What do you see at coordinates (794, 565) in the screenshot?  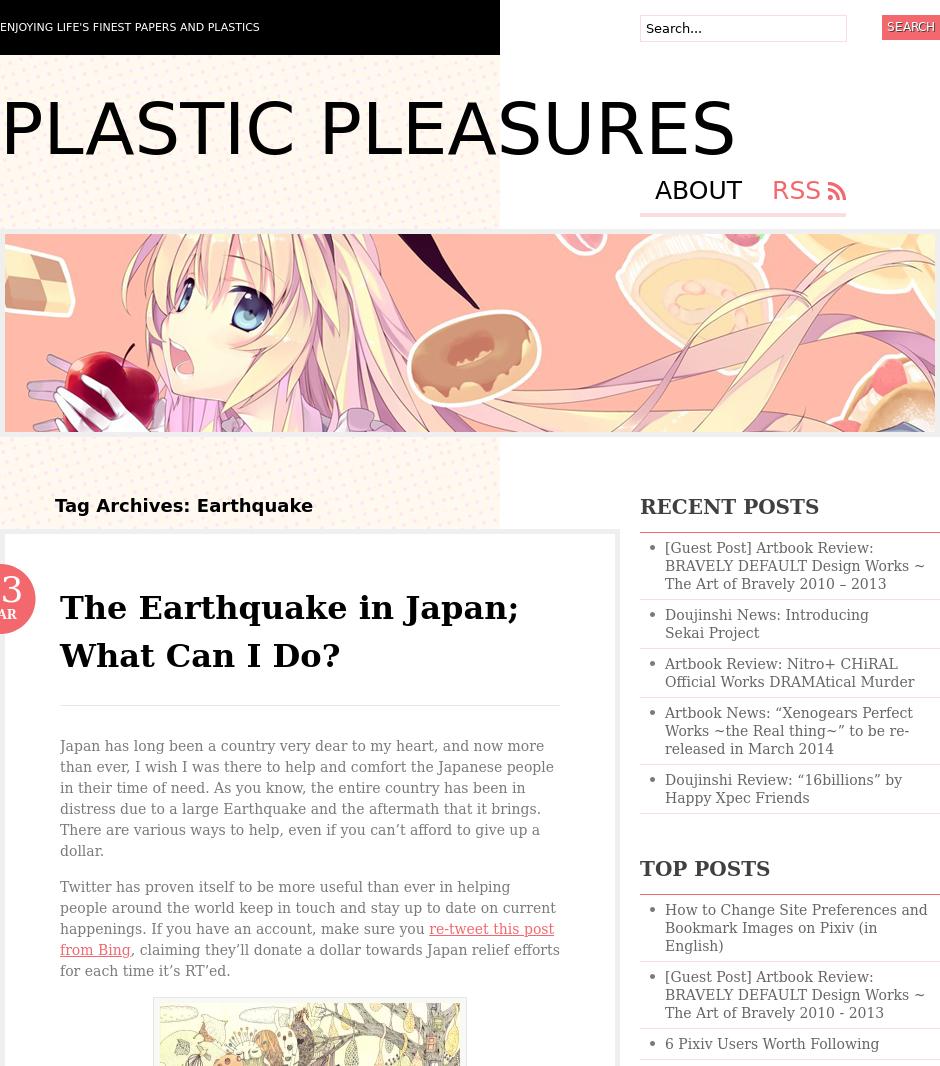 I see `'[Guest Post] Artbook Review: BRAVELY DEFAULT Design Works ~ The Art of Bravely 2010 – 2013'` at bounding box center [794, 565].